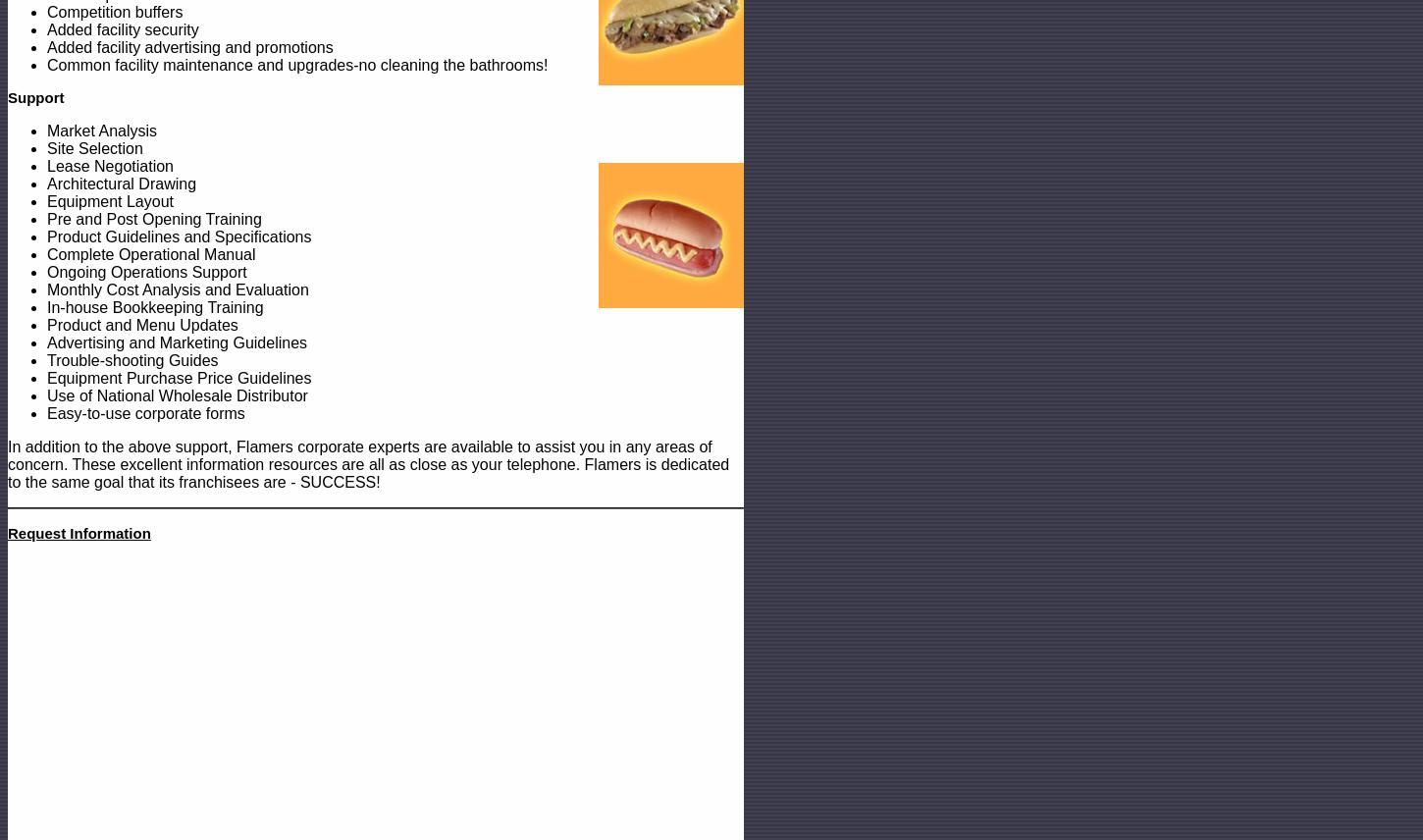 The image size is (1423, 840). Describe the element at coordinates (46, 130) in the screenshot. I see `'Market Analysis'` at that location.